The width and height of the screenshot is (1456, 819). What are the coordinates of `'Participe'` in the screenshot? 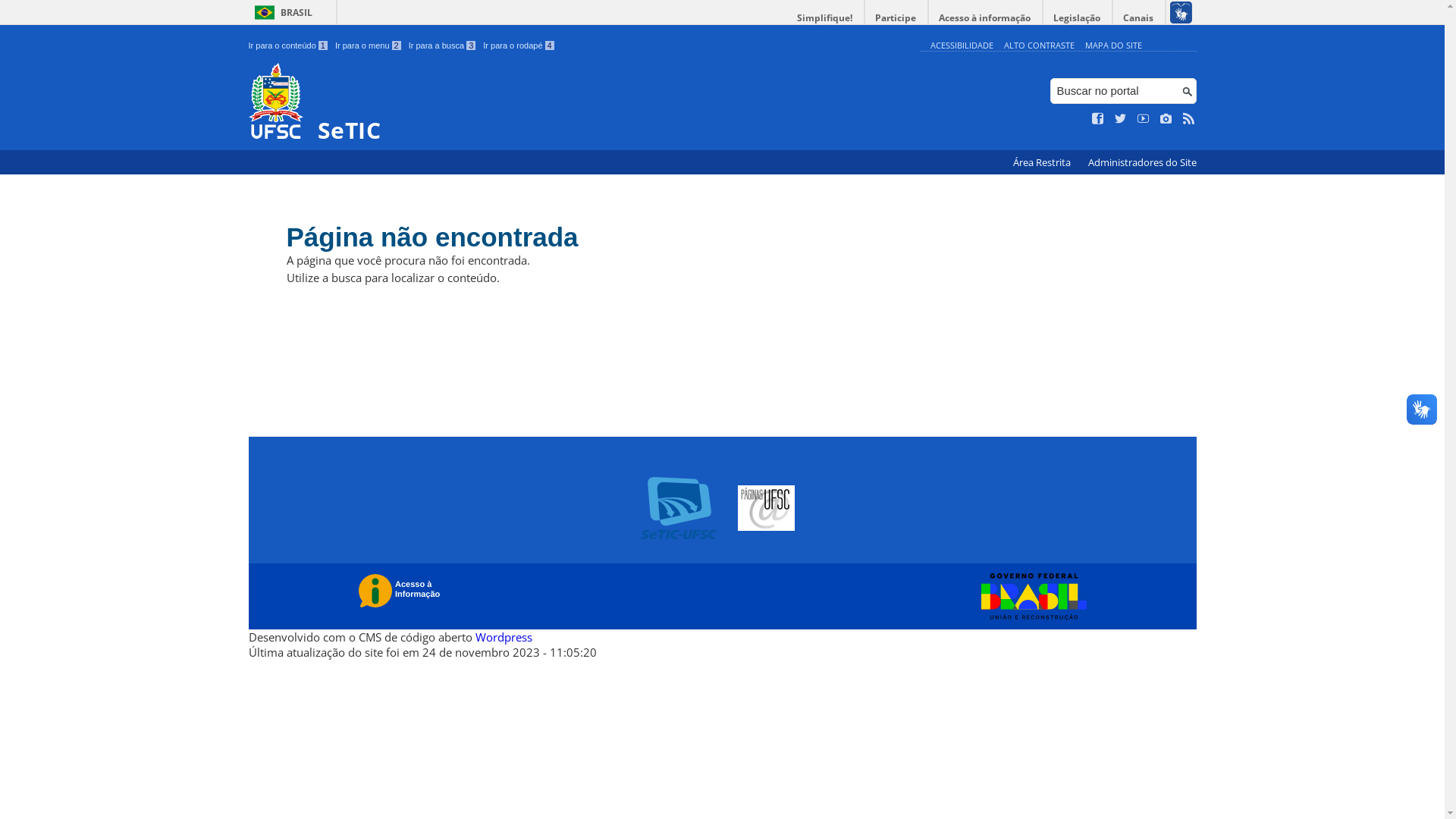 It's located at (895, 17).